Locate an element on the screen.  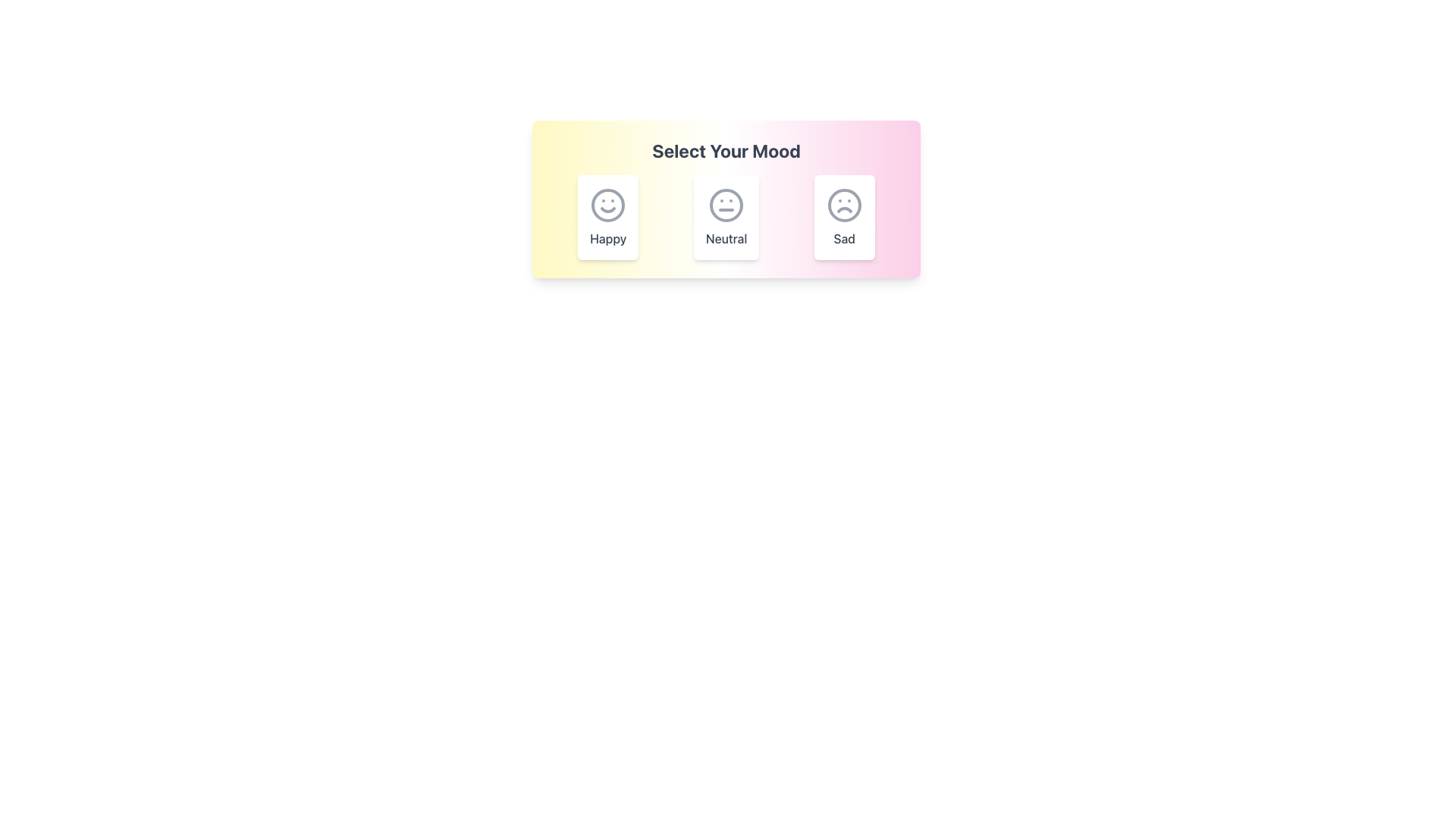
the 'Sad' mood icon located in the third mood selection card on the far right of the interface is located at coordinates (843, 205).